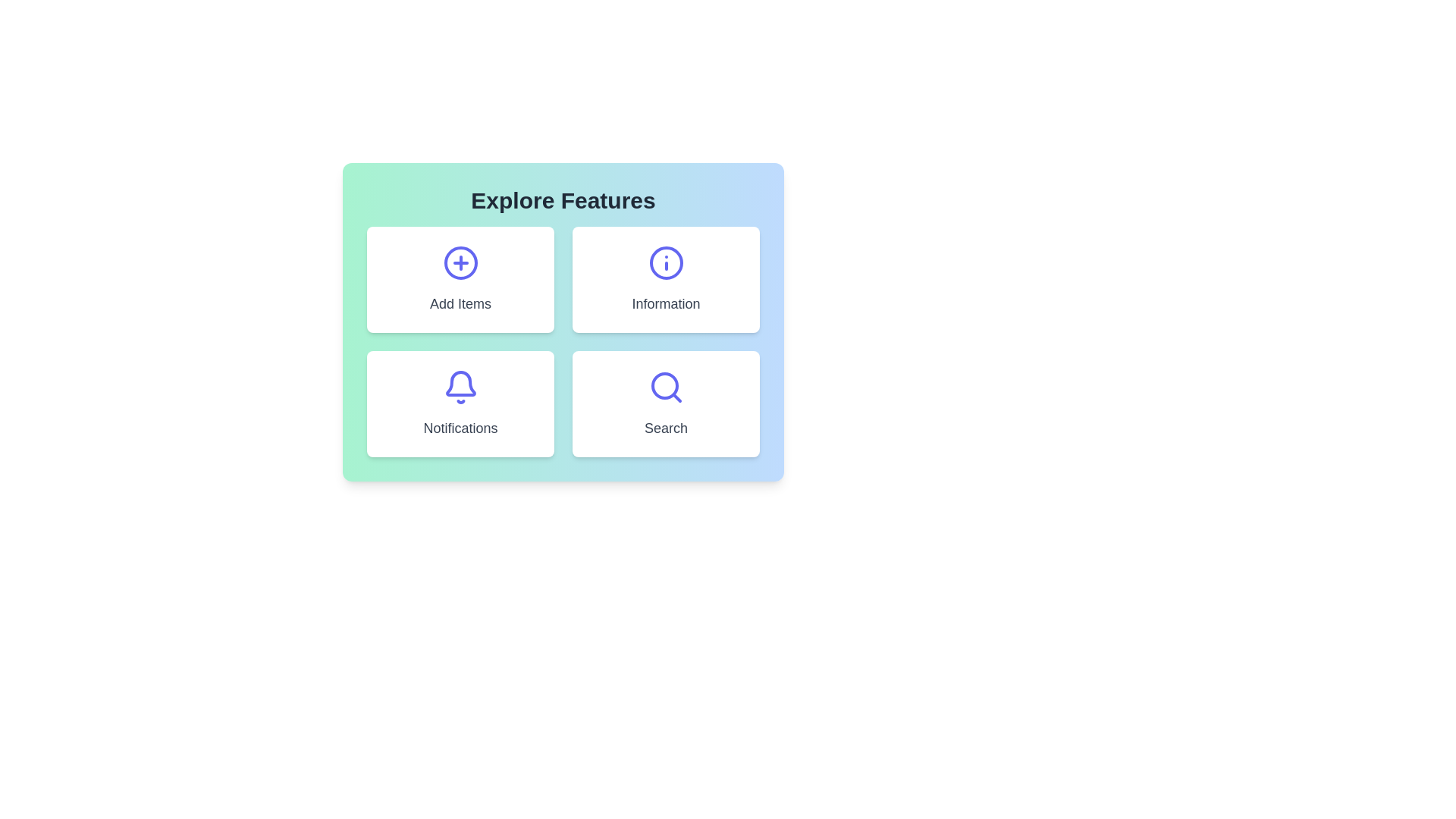 The height and width of the screenshot is (819, 1456). What do you see at coordinates (666, 428) in the screenshot?
I see `the 'Search' text label which is located at the bottom center of a card with a search icon above it` at bounding box center [666, 428].